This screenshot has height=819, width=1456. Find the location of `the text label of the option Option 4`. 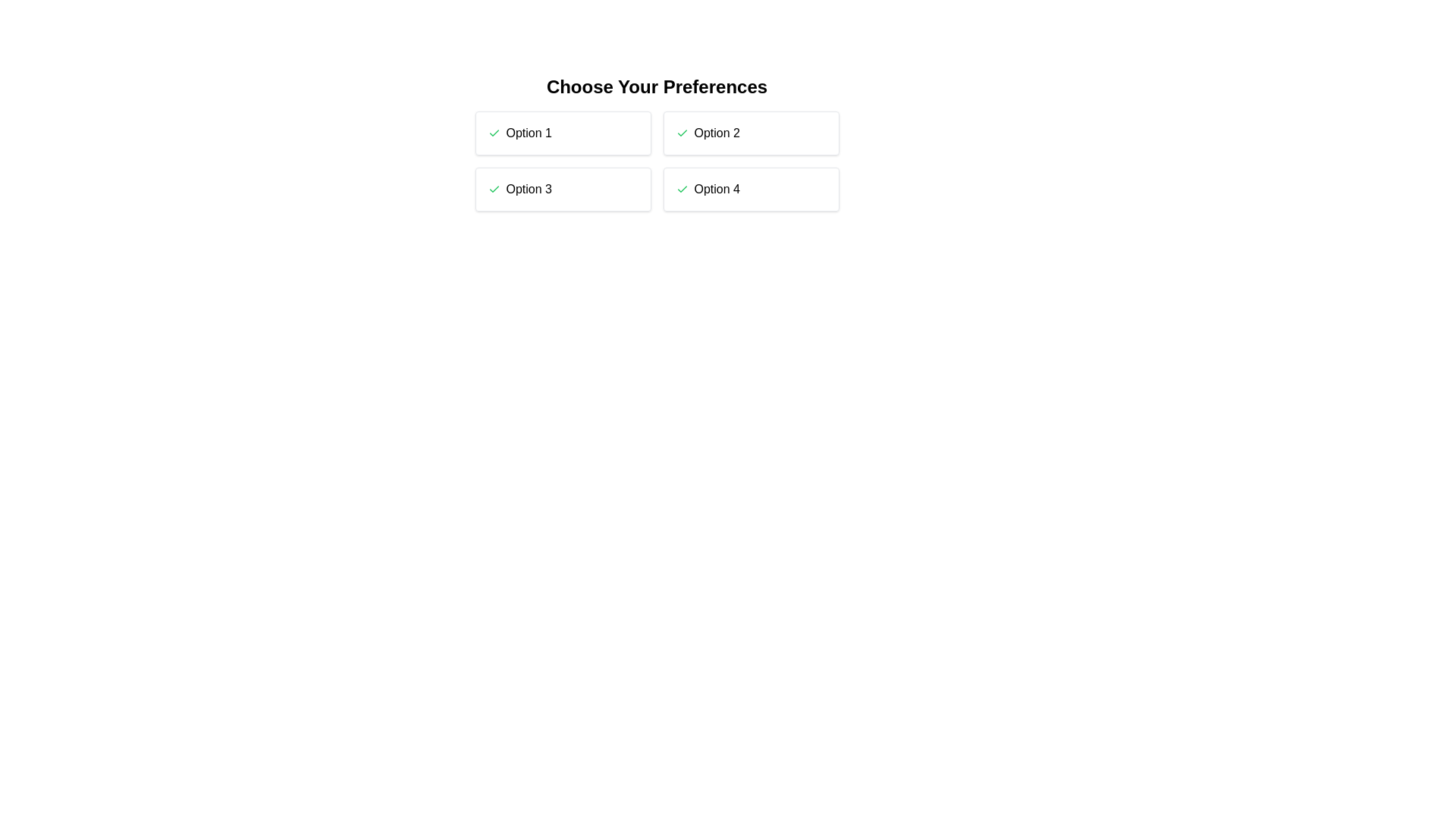

the text label of the option Option 4 is located at coordinates (716, 189).